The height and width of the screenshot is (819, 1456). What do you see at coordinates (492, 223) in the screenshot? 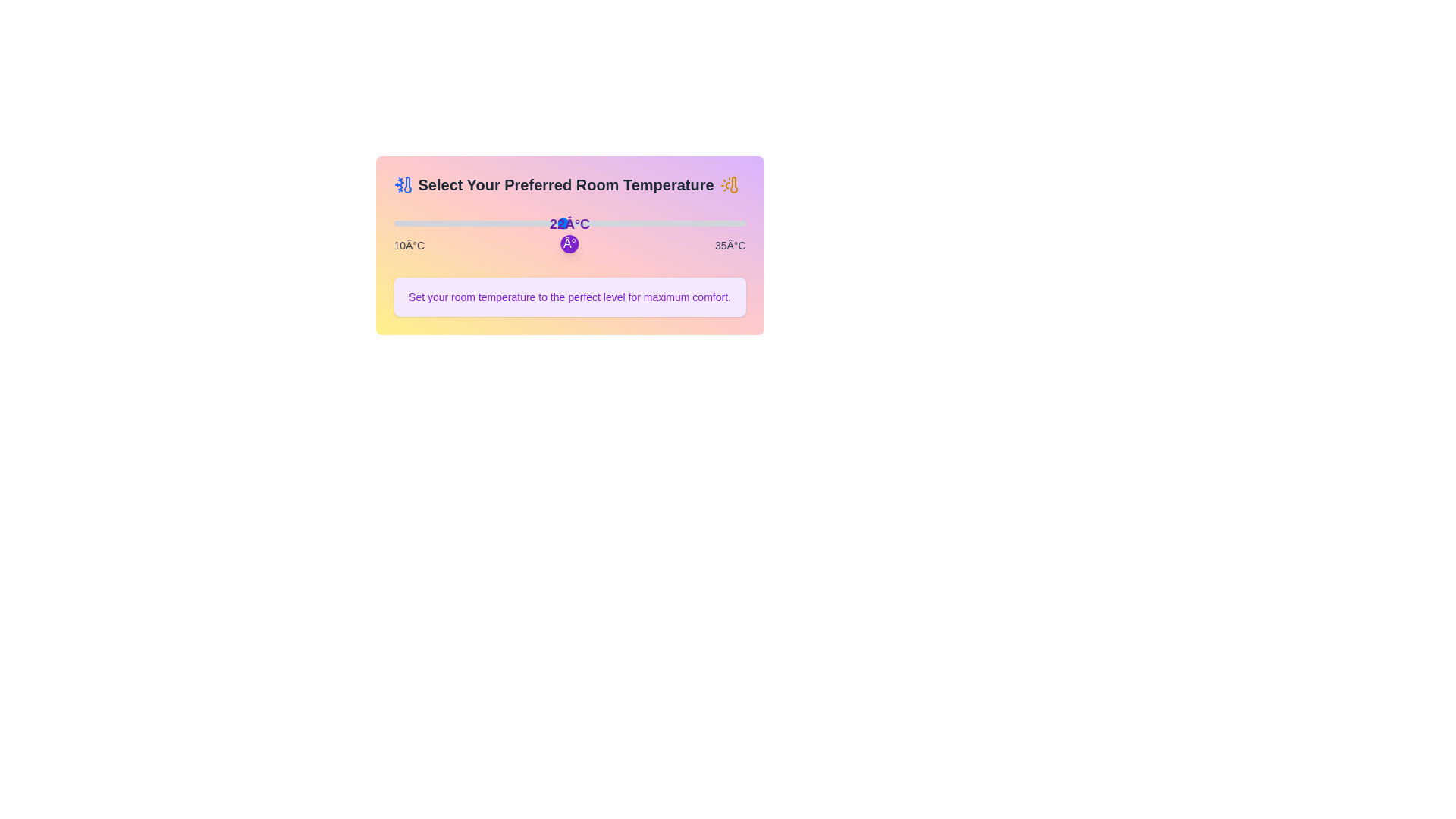
I see `the slider to a specific temperature 17 in degrees Celsius` at bounding box center [492, 223].